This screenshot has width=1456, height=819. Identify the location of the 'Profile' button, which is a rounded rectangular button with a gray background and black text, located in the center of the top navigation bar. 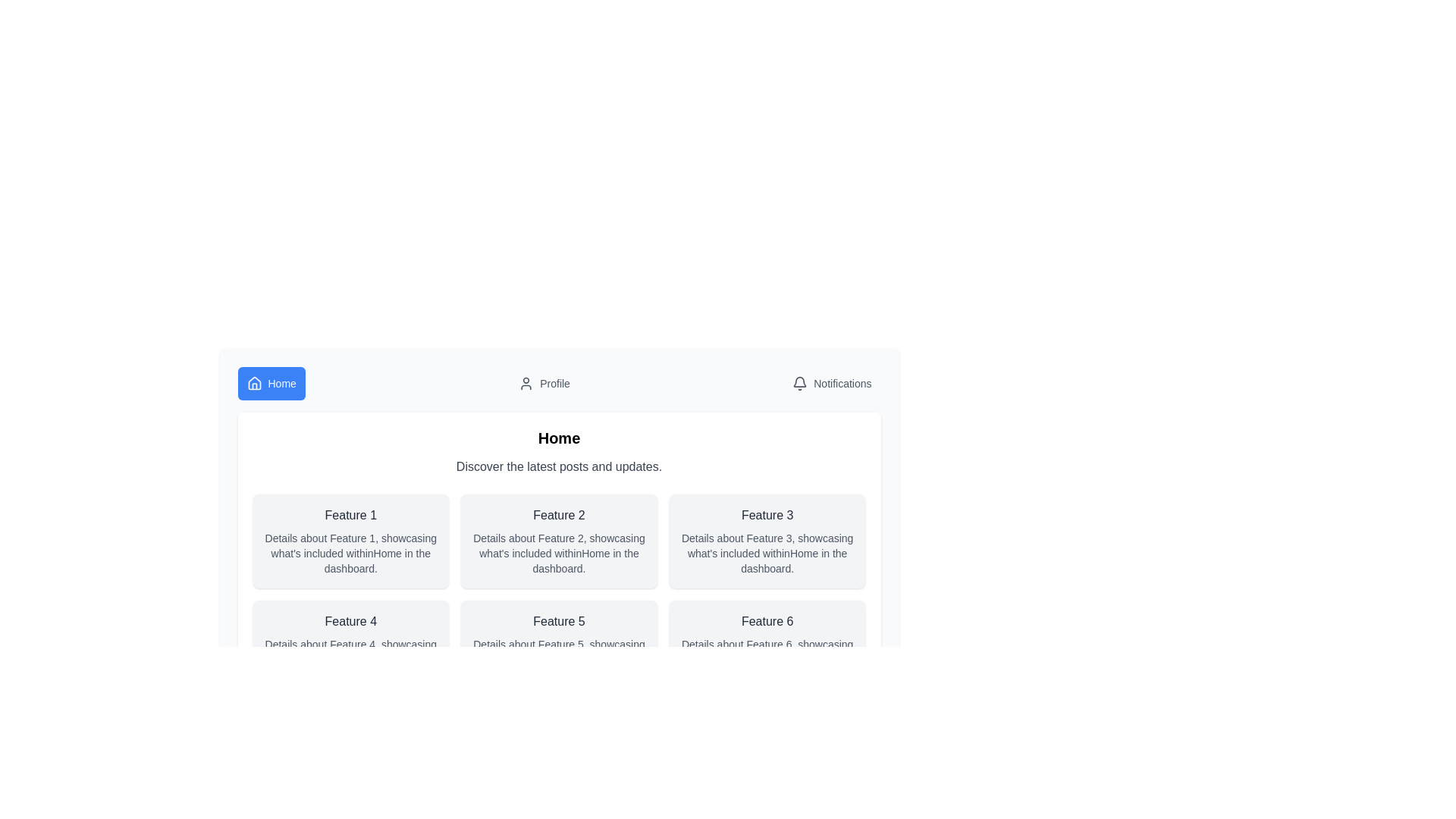
(544, 382).